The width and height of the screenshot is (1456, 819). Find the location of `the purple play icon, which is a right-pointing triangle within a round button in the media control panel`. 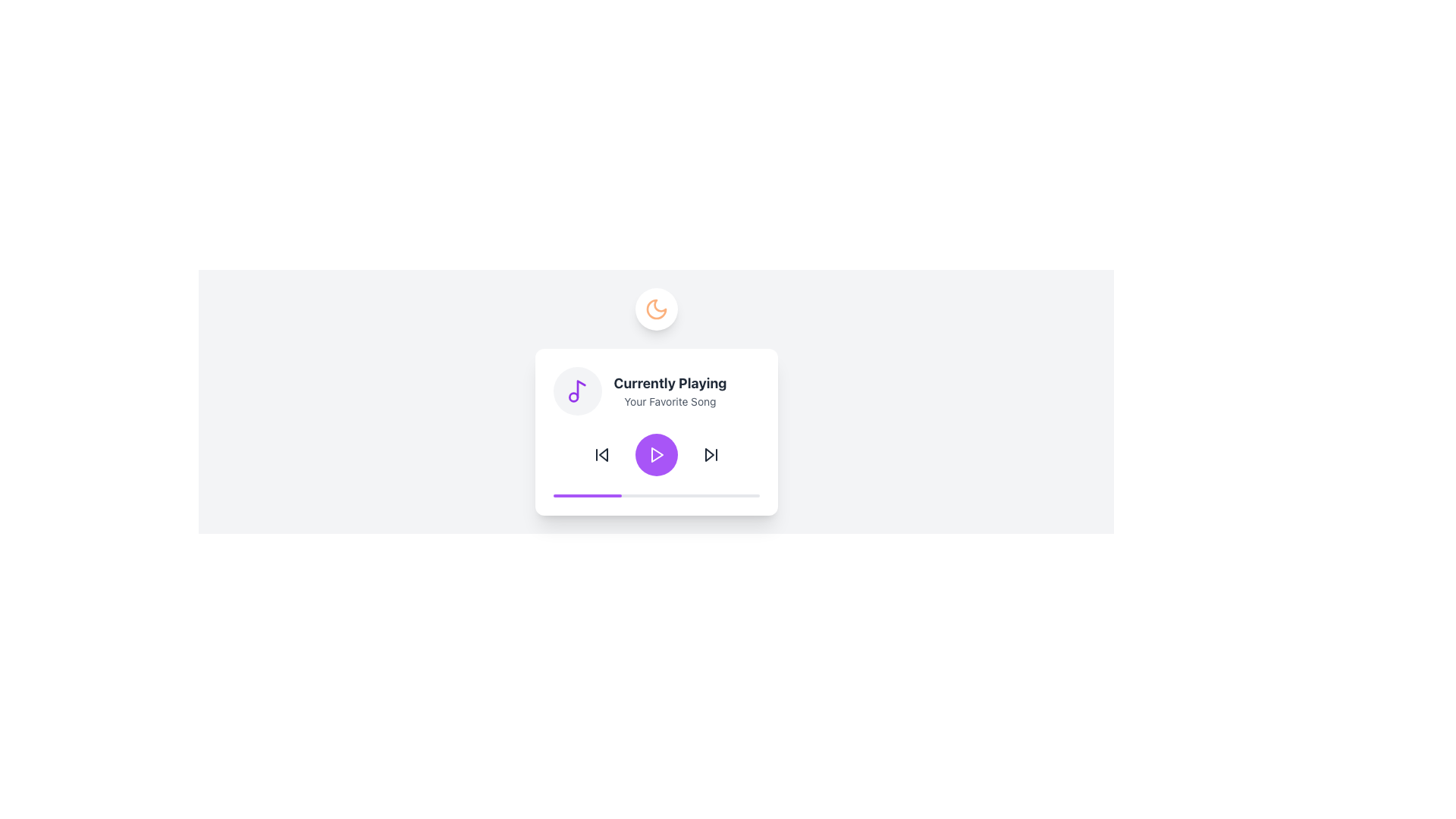

the purple play icon, which is a right-pointing triangle within a round button in the media control panel is located at coordinates (657, 454).